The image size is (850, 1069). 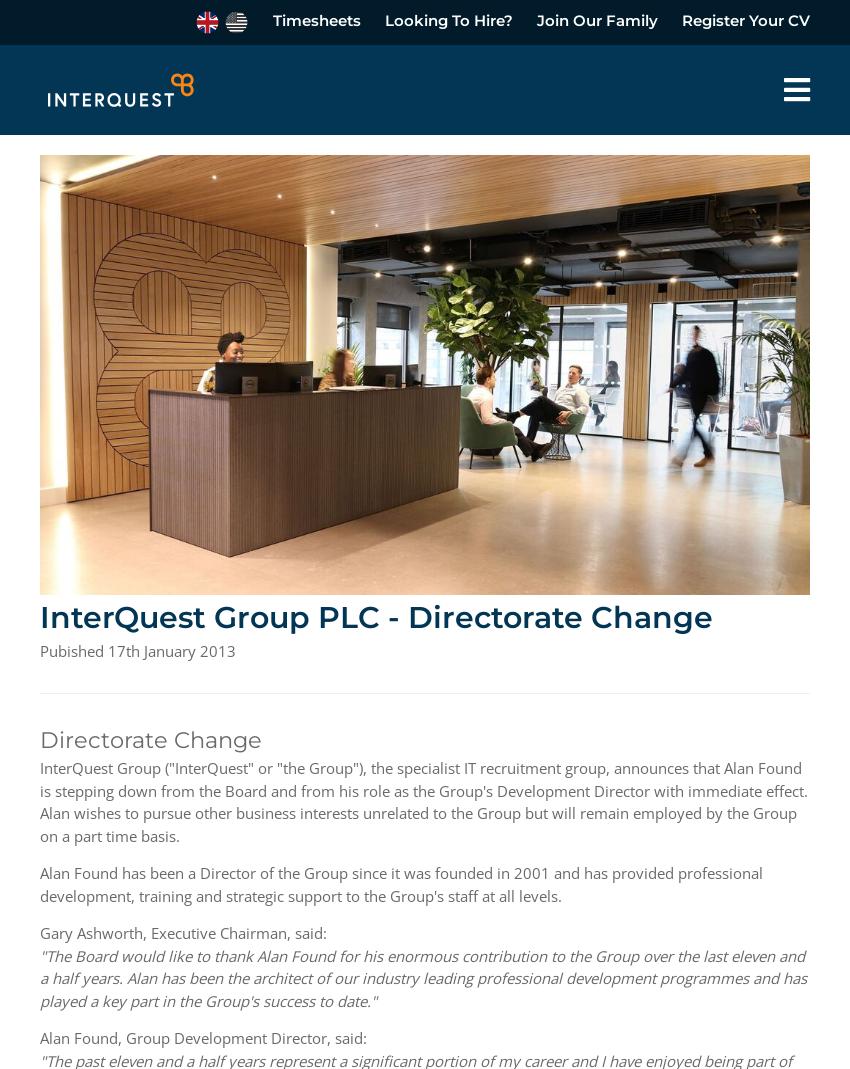 What do you see at coordinates (138, 650) in the screenshot?
I see `'Pubished 17th January 2013'` at bounding box center [138, 650].